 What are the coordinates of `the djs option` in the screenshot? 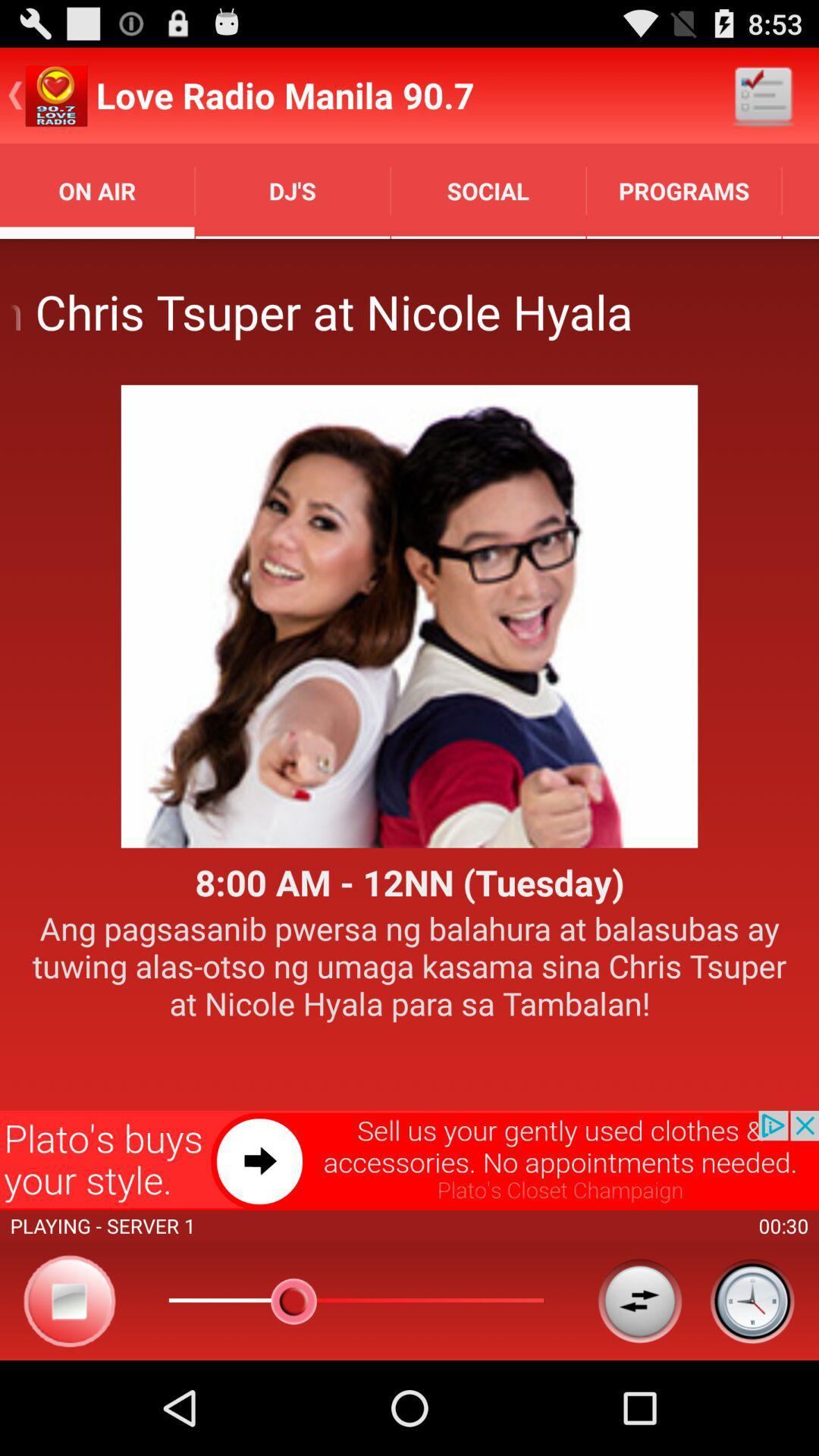 It's located at (293, 190).